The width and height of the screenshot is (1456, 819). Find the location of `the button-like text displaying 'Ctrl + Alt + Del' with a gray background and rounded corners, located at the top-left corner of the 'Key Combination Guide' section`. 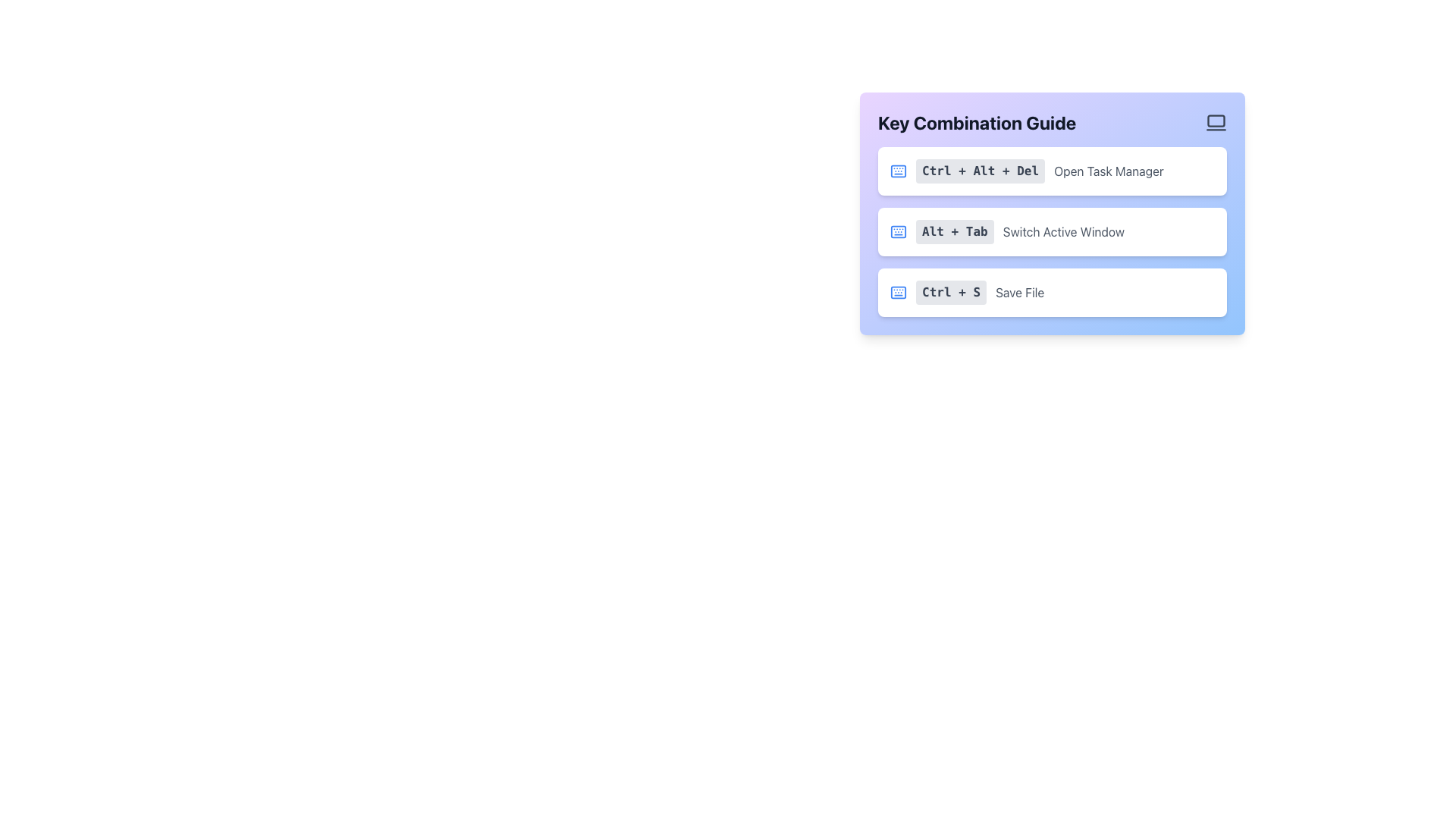

the button-like text displaying 'Ctrl + Alt + Del' with a gray background and rounded corners, located at the top-left corner of the 'Key Combination Guide' section is located at coordinates (981, 171).